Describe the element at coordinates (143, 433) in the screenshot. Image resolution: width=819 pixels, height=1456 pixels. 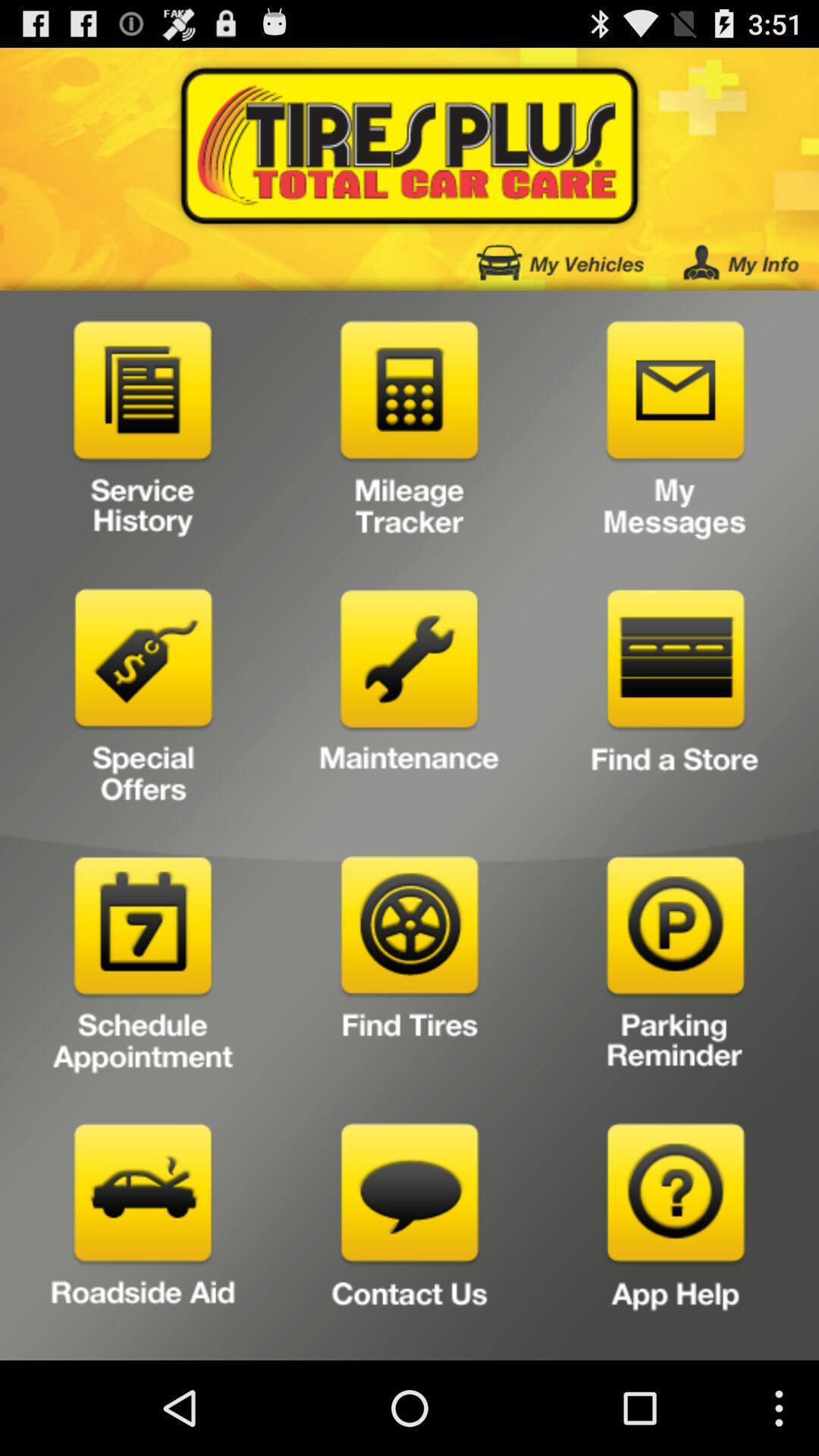
I see `open service history` at that location.